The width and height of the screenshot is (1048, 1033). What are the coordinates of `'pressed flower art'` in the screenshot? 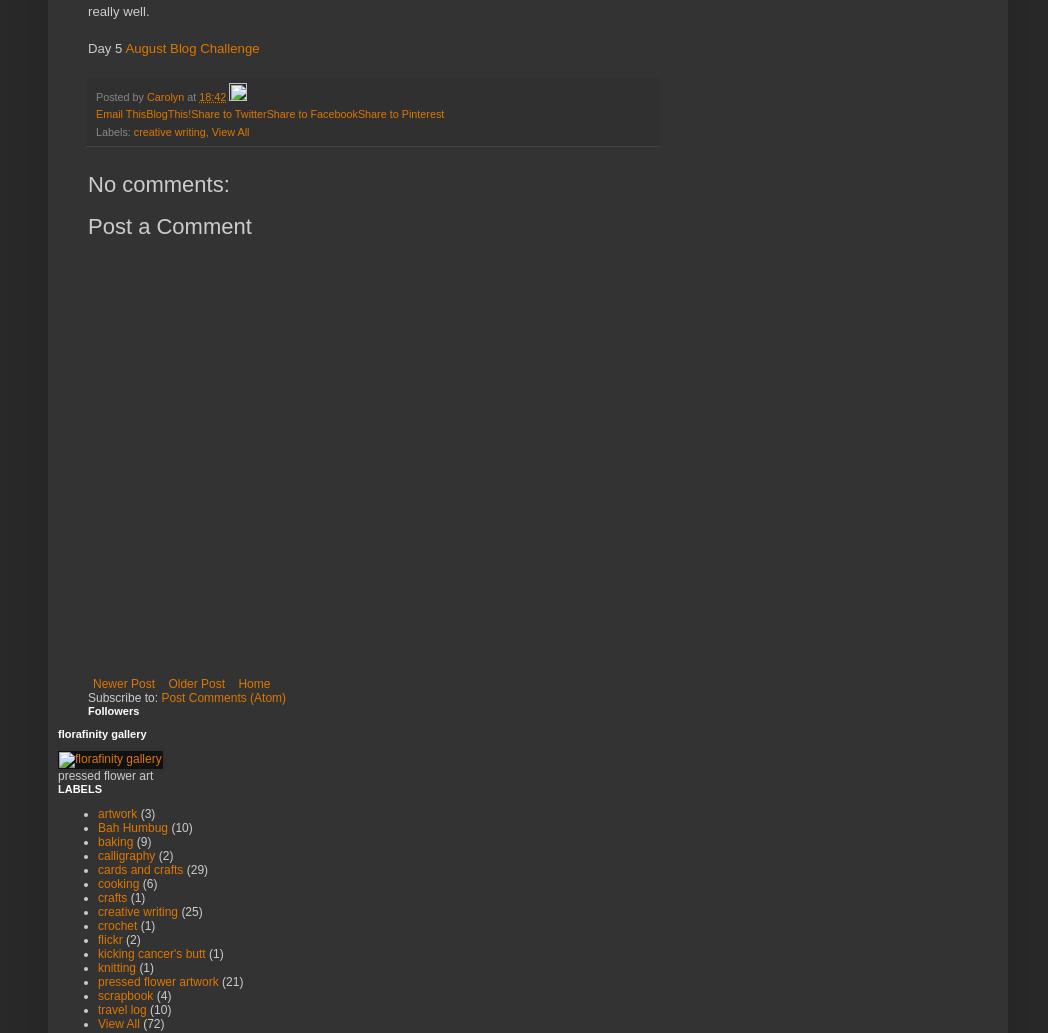 It's located at (104, 775).